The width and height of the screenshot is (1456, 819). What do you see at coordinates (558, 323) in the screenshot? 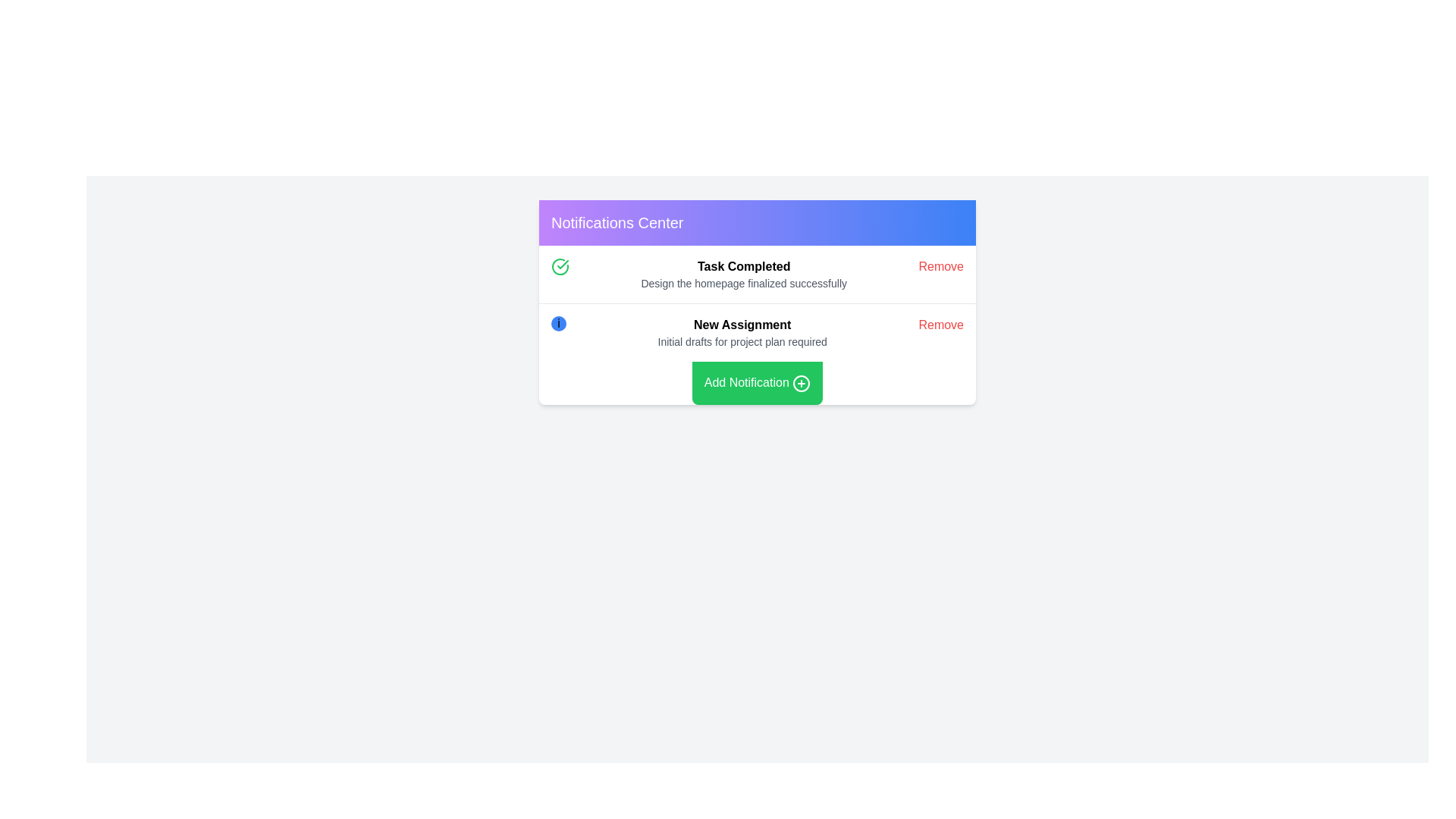
I see `the information icon located in the notification card under 'New Assignment'` at bounding box center [558, 323].